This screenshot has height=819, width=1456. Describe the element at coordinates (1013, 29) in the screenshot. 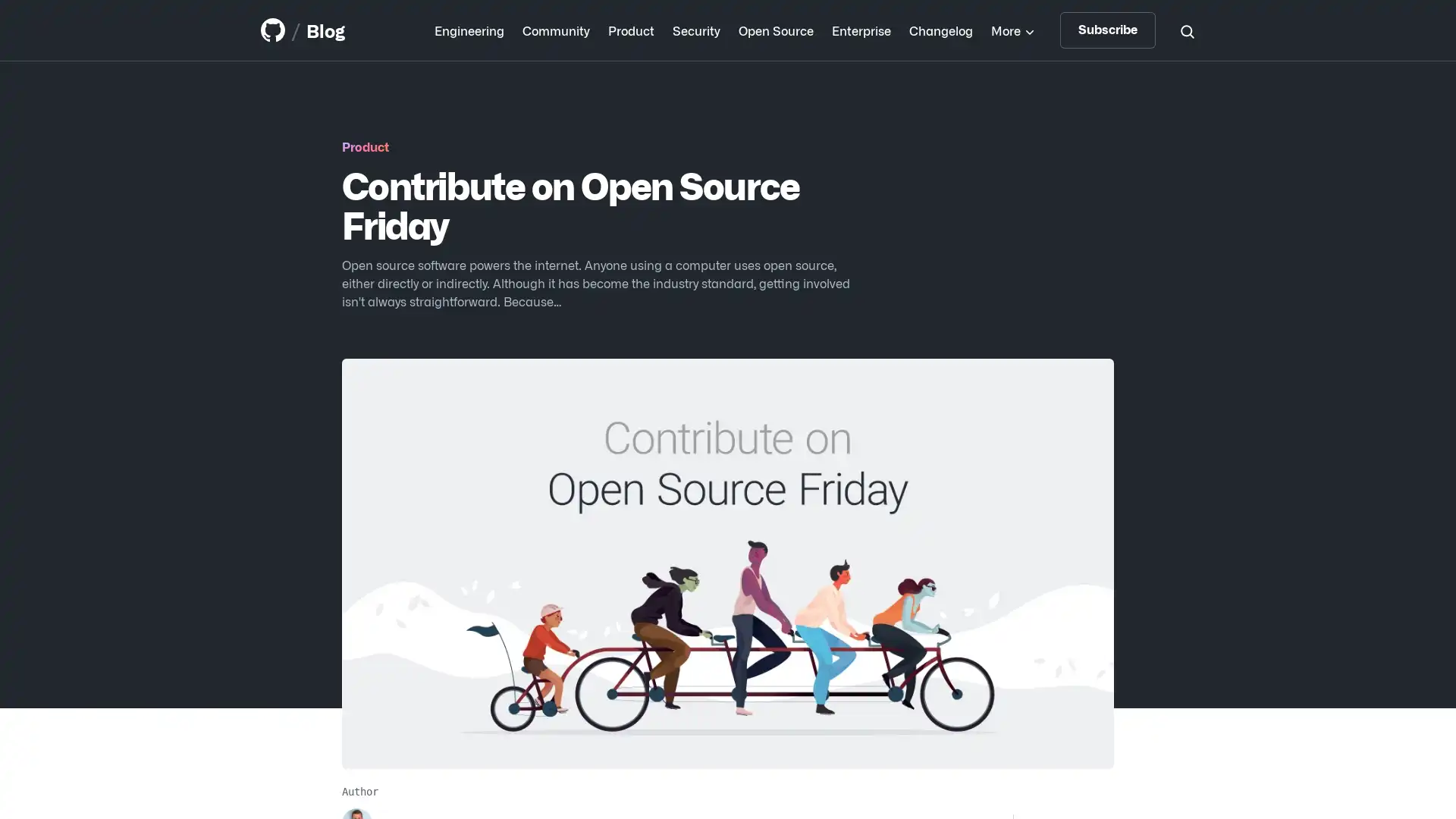

I see `More` at that location.